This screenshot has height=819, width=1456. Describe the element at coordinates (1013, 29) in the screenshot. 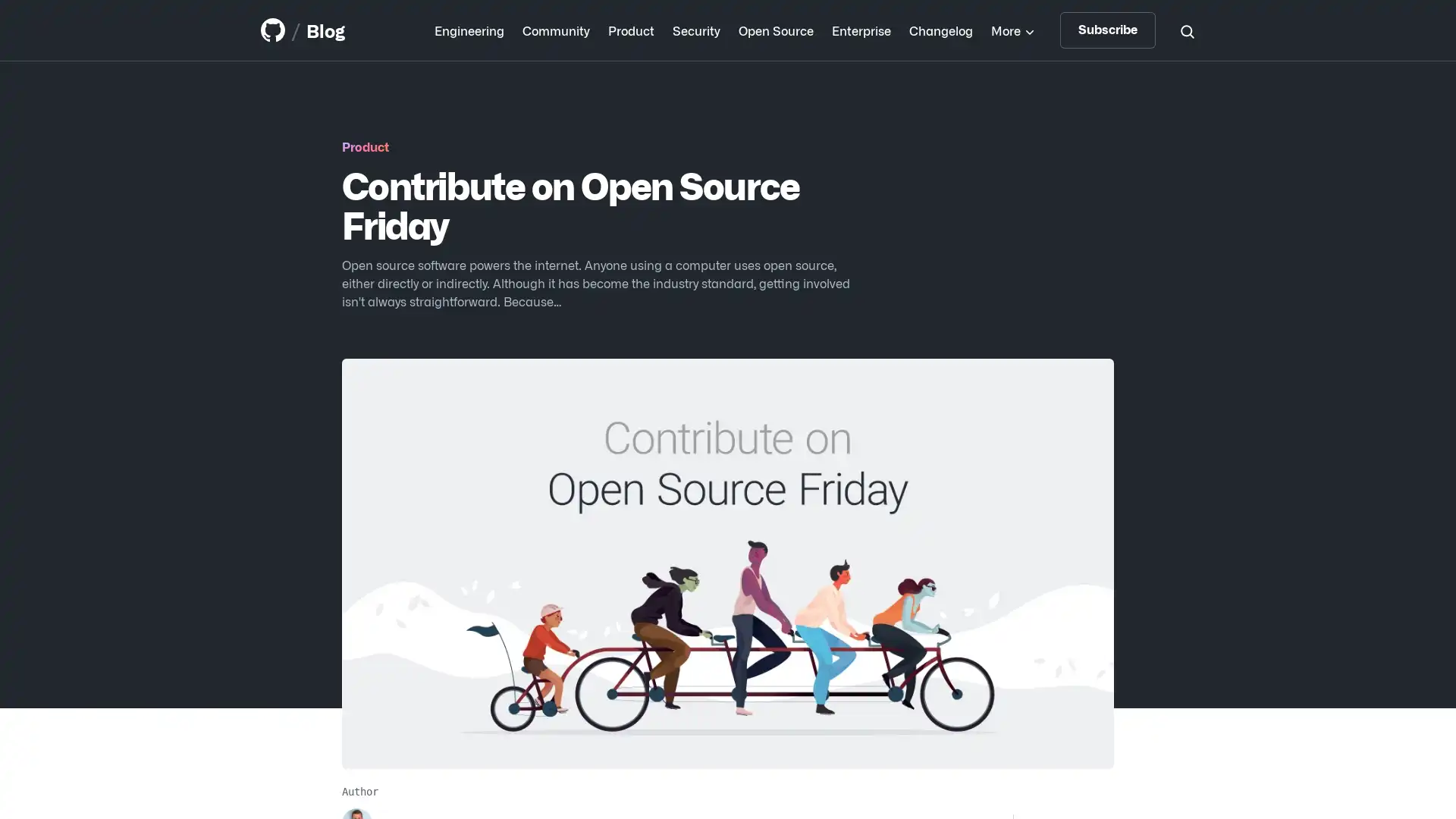

I see `More` at that location.